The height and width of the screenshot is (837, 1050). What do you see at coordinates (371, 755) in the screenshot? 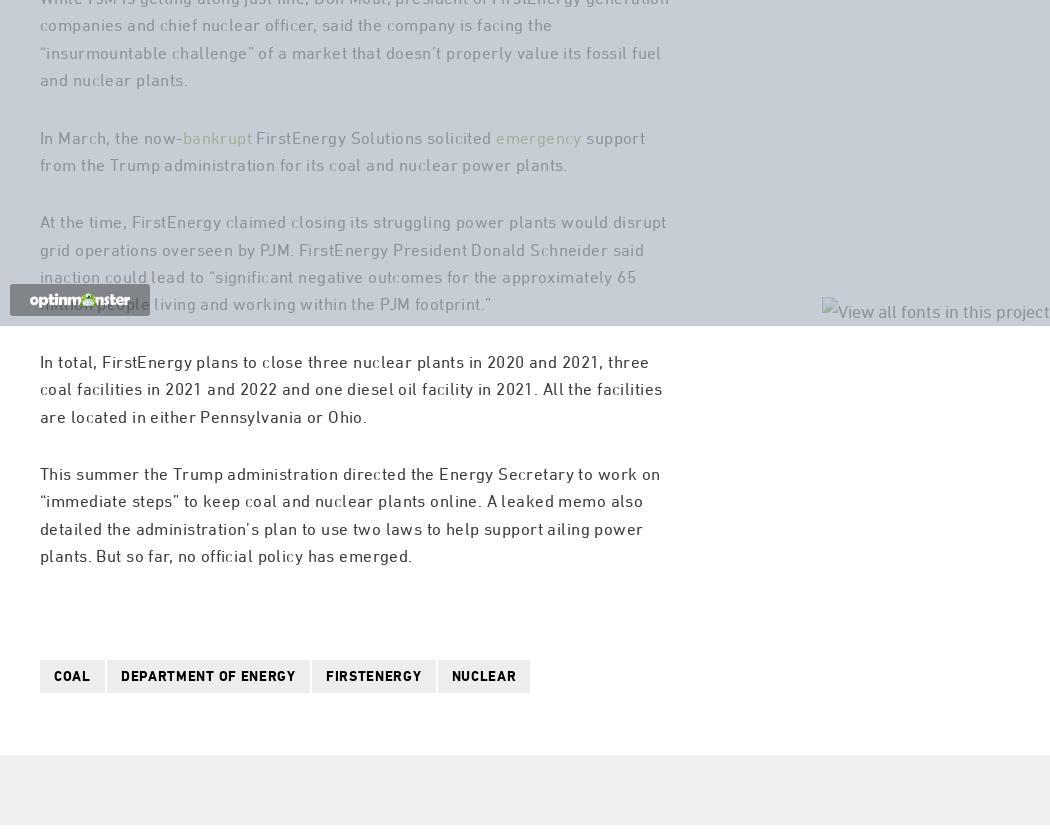
I see `'firstenergy'` at bounding box center [371, 755].